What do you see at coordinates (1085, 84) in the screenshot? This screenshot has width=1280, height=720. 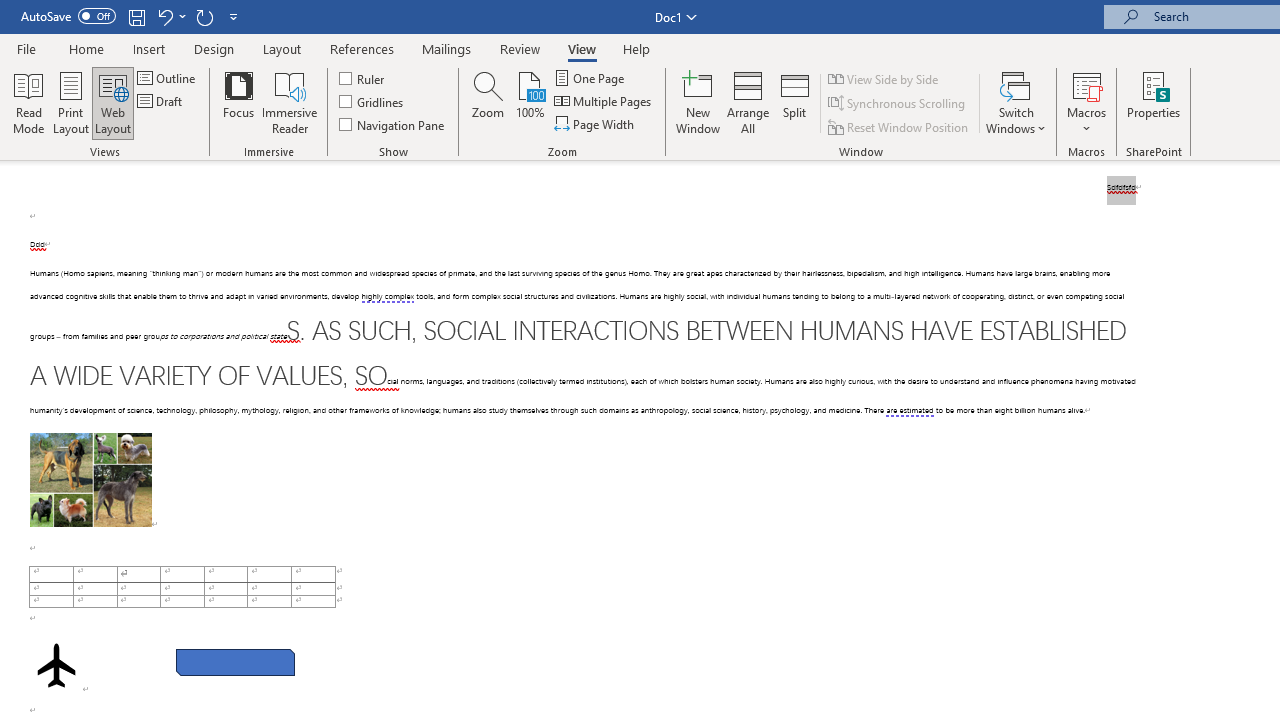 I see `'View Macros'` at bounding box center [1085, 84].